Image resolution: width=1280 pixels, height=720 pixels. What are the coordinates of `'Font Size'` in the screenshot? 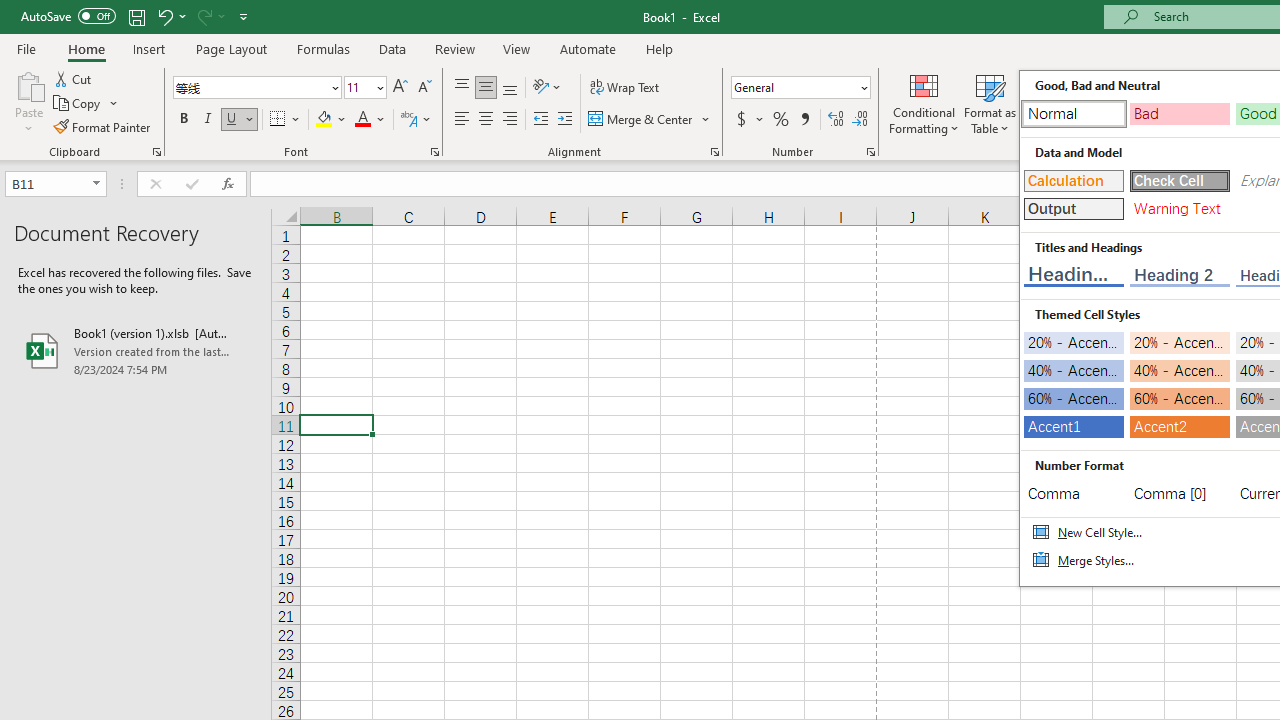 It's located at (359, 86).